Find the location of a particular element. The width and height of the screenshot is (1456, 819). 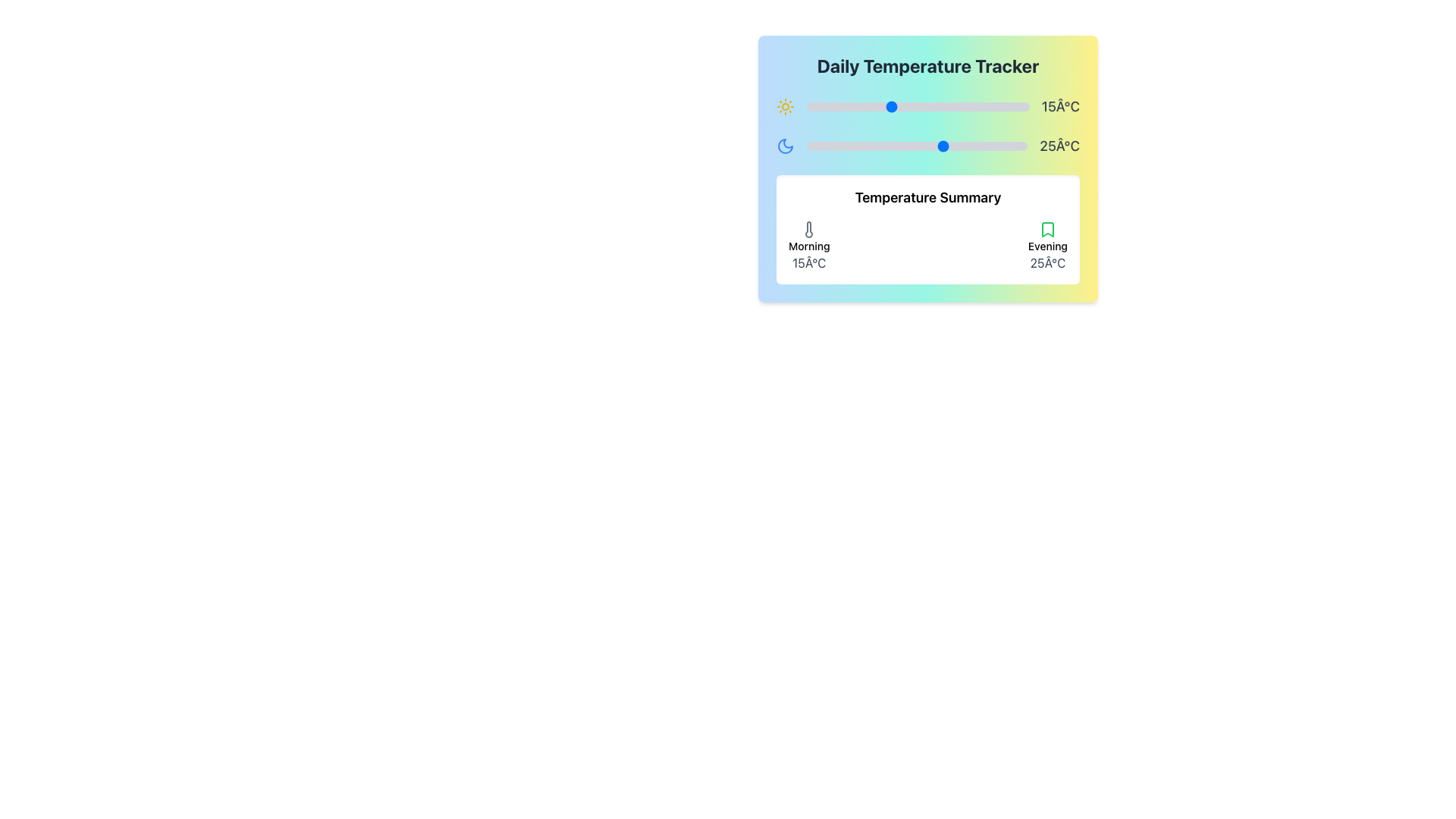

the text label displaying the temperature value '15Â°C' located in the 'Daily Temperature Tracker' section, adjacent to the temperature slider is located at coordinates (927, 106).